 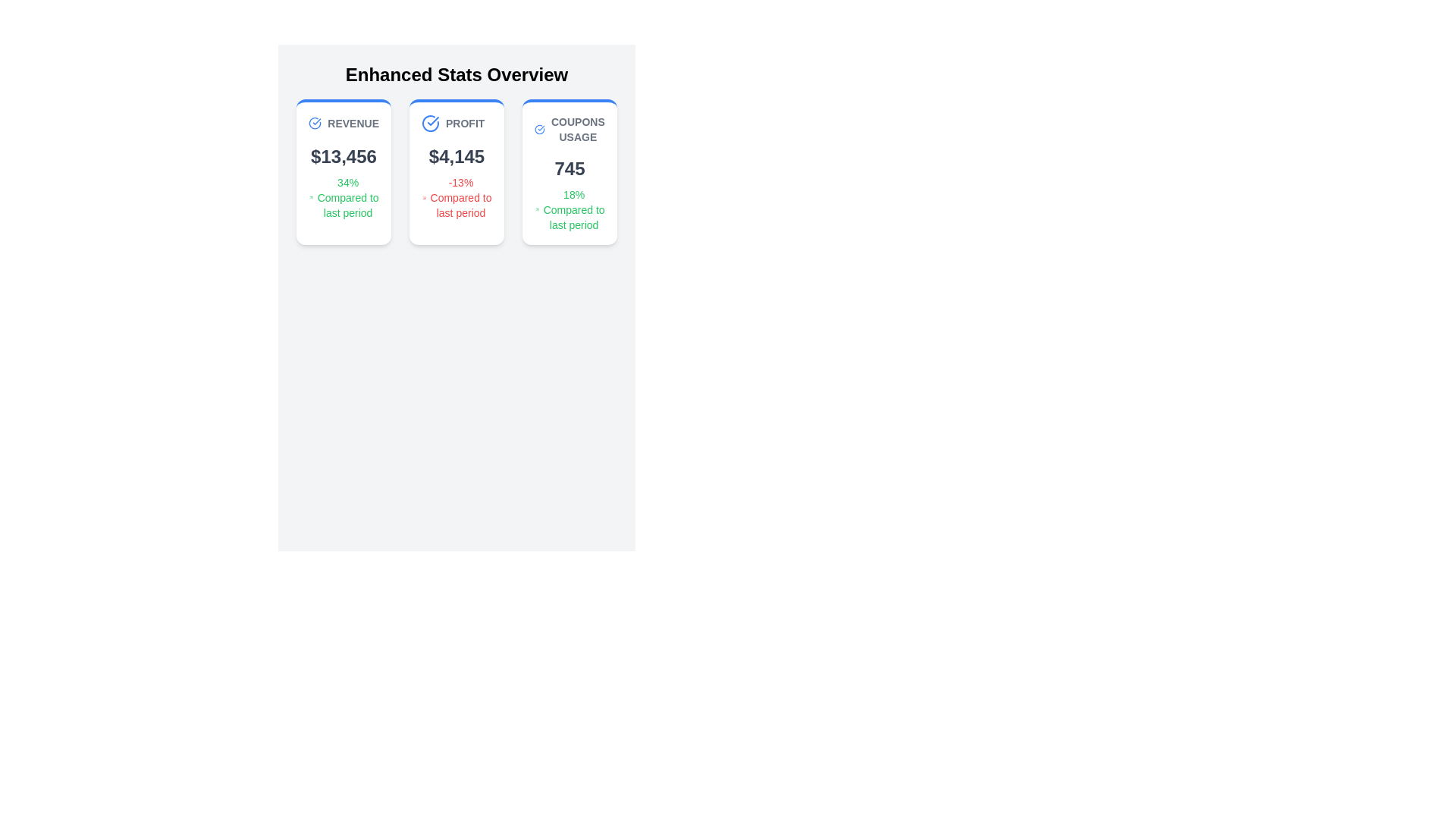 What do you see at coordinates (460, 197) in the screenshot?
I see `the text label displaying '-13% Compared to last period' in red, located in the middle card labeled 'PROFIT', below '$4,145'` at bounding box center [460, 197].